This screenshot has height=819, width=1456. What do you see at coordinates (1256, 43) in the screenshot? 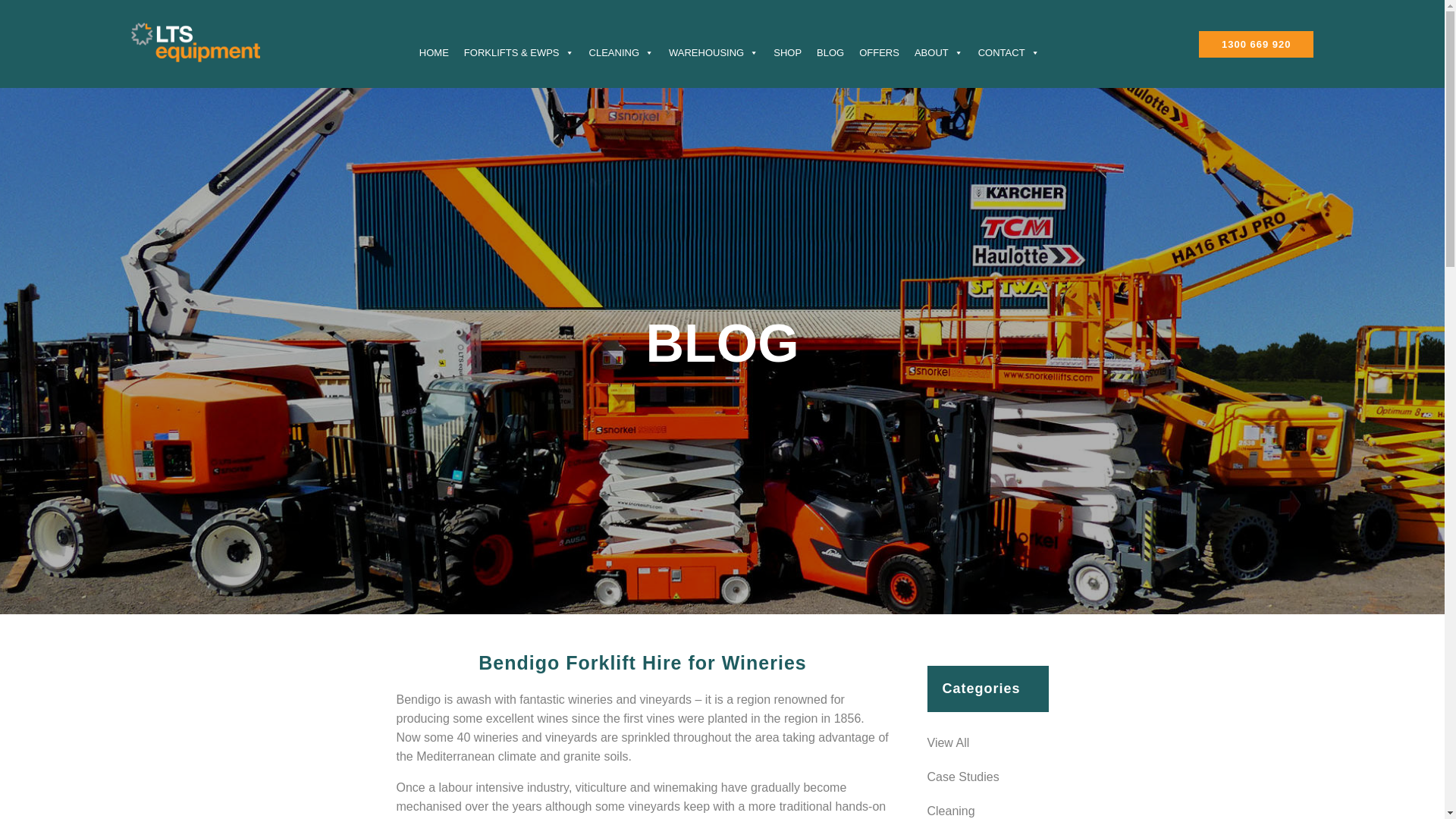
I see `'1300 669 920'` at bounding box center [1256, 43].